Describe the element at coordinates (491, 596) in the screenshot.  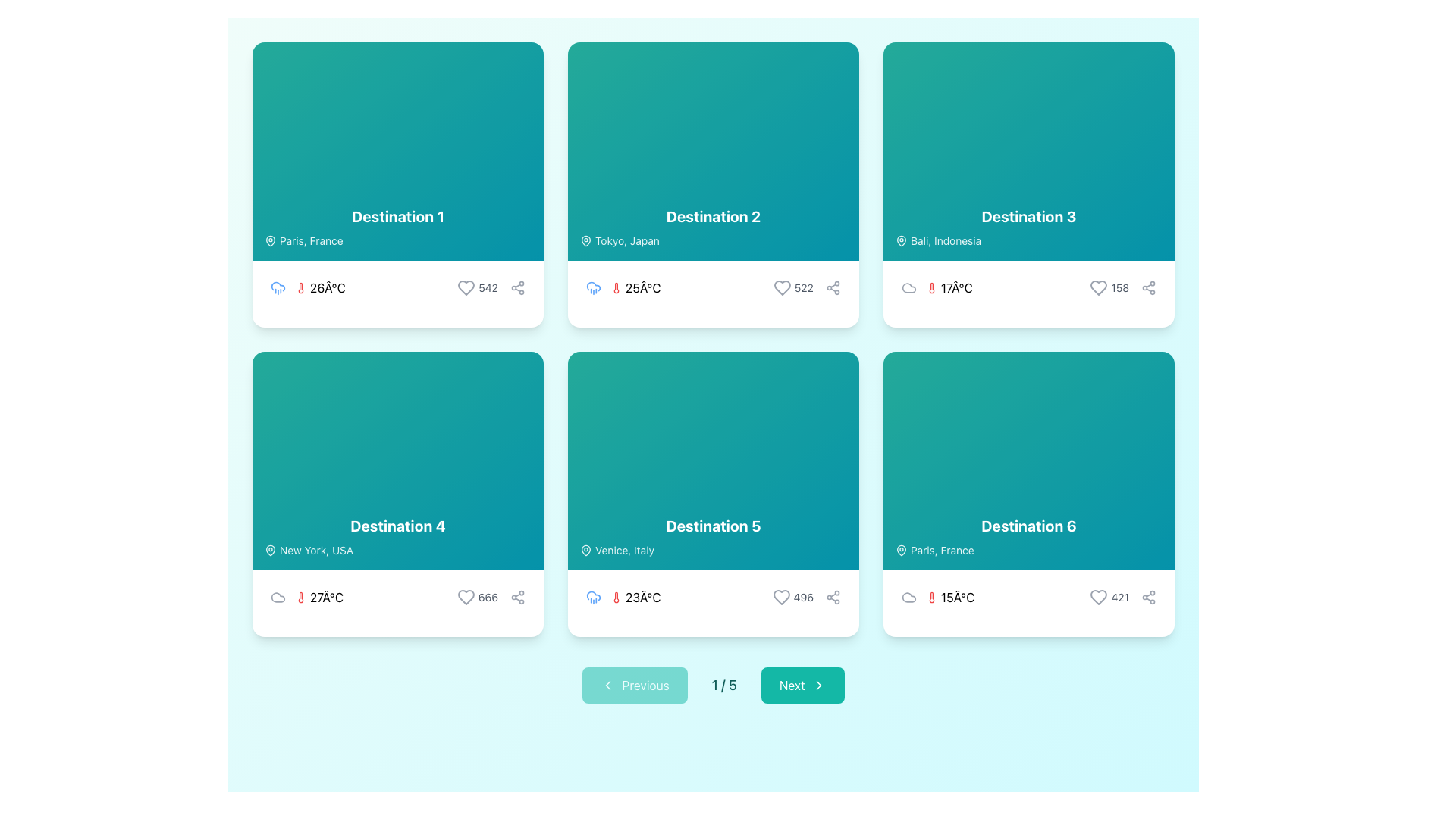
I see `the numerical text '666' styled in a small, gray font, located within the fourth card in the grid layout, positioned between the heart icon and the share icon` at that location.